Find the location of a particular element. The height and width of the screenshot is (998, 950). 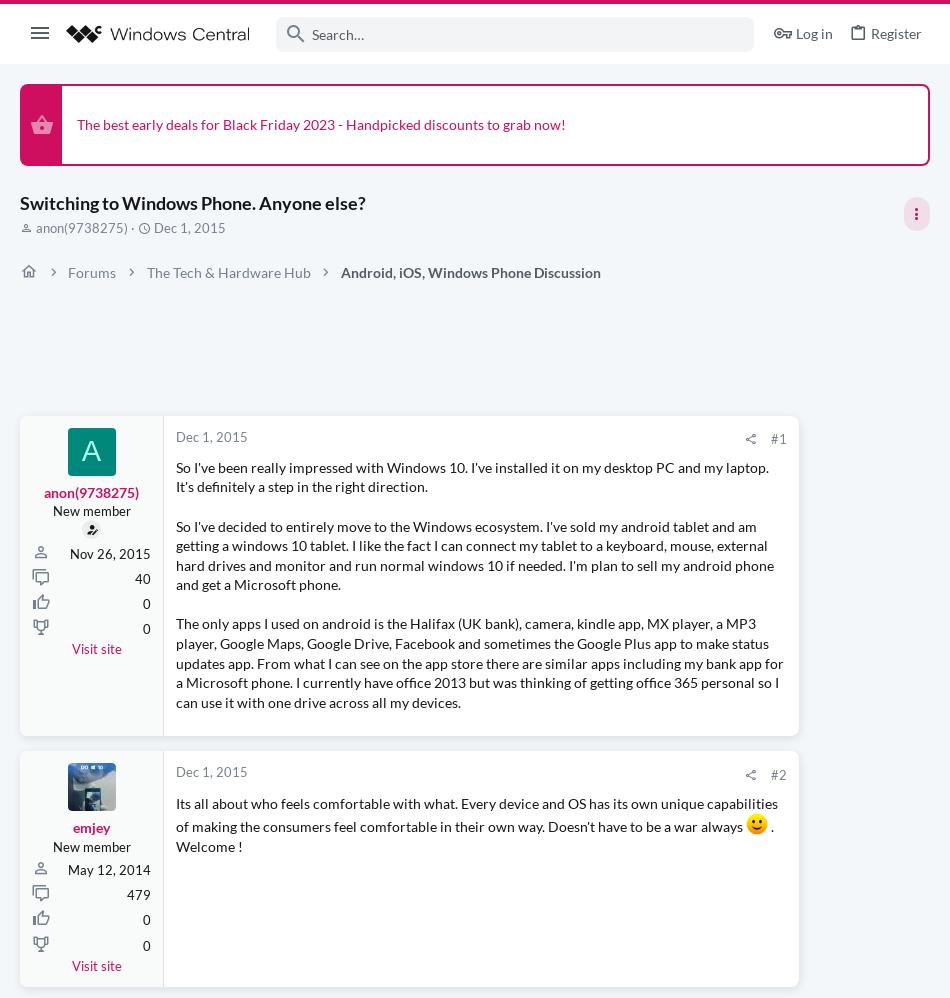

'30 minutes ago' is located at coordinates (861, 602).